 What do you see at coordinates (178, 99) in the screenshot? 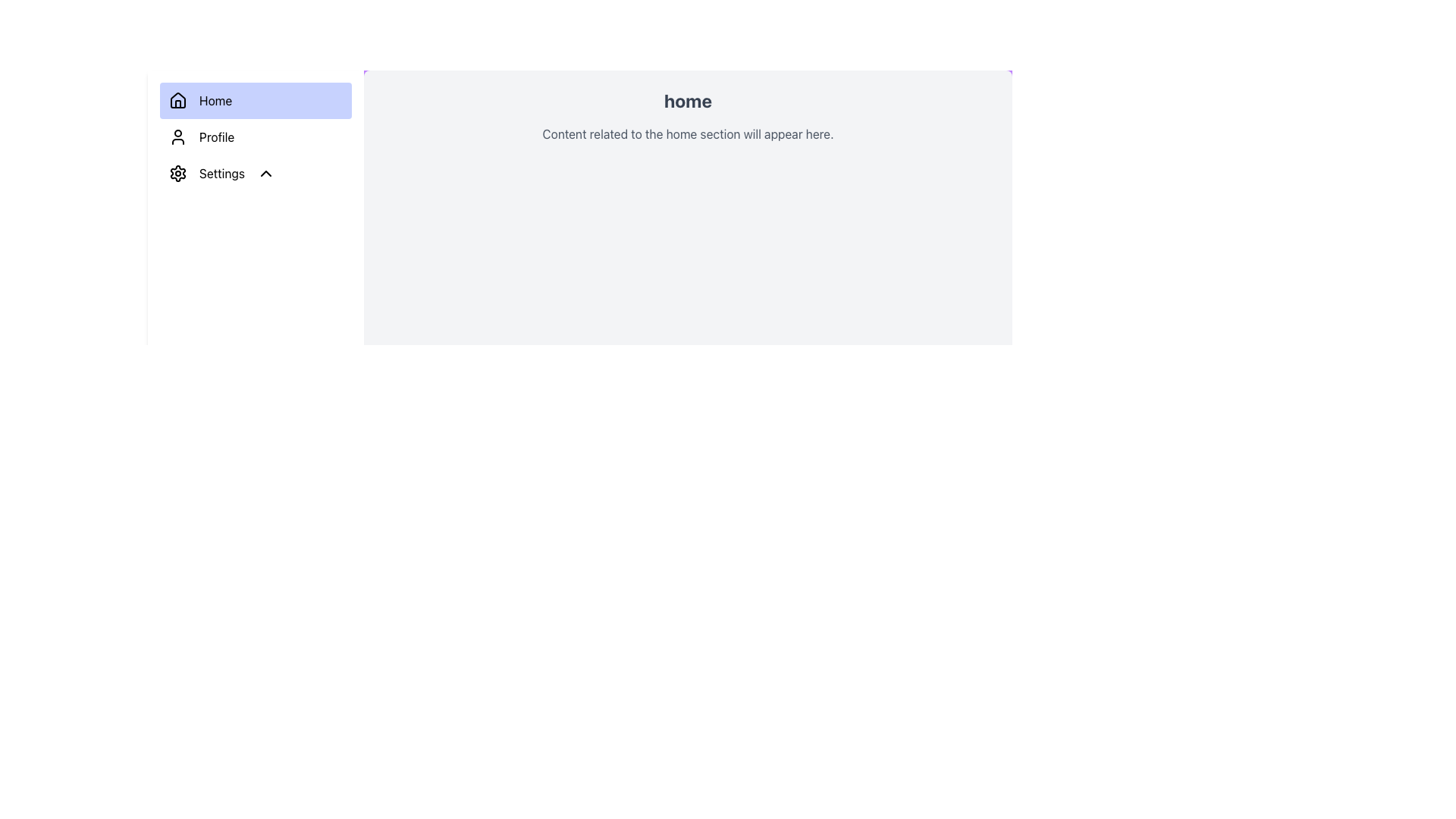
I see `the decorative 'Home' icon in the navigation menu, which is located at the top of the left navigation bar alongside other graphical icons` at bounding box center [178, 99].